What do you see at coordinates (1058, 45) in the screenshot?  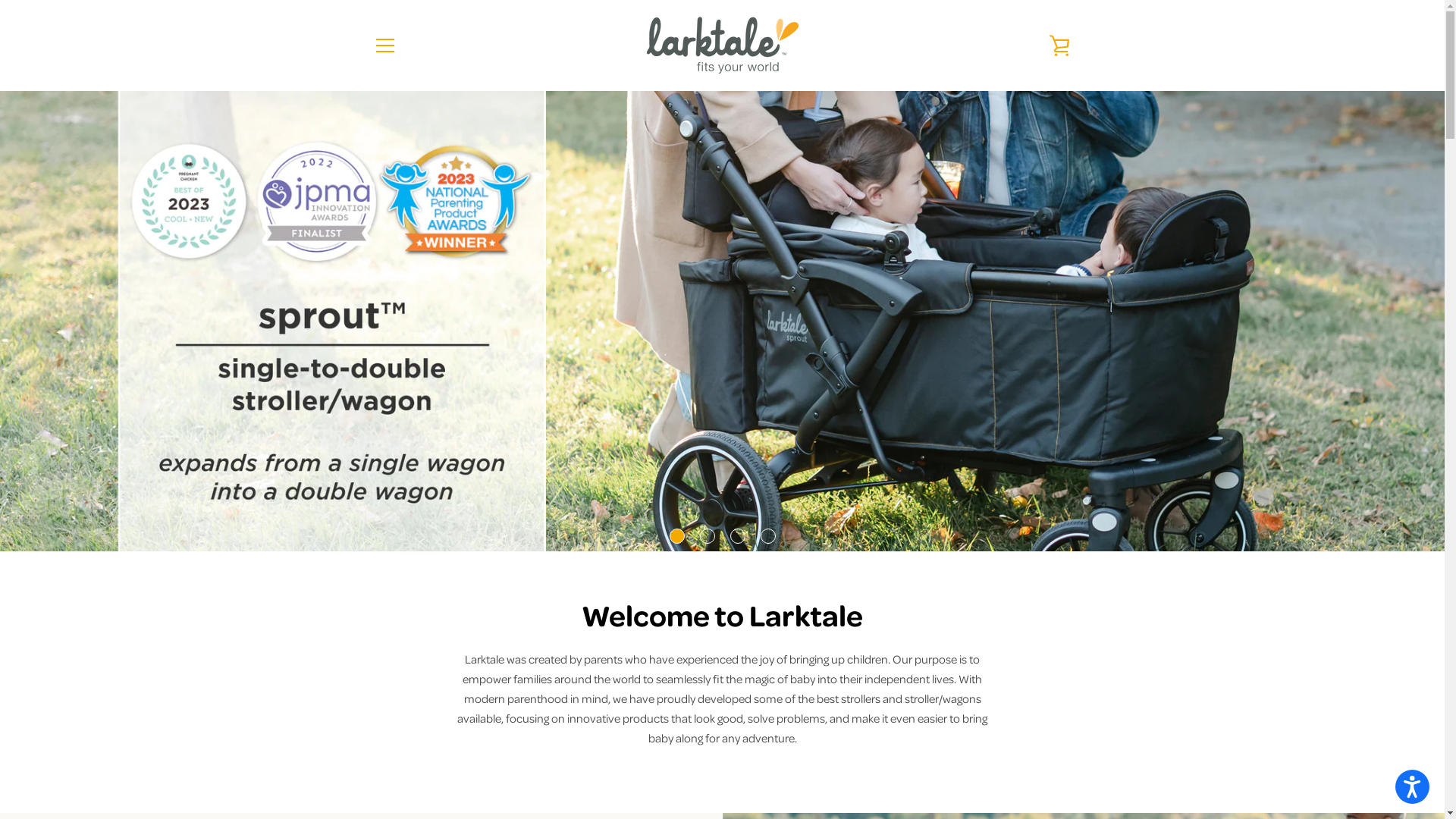 I see `'VIEW CART'` at bounding box center [1058, 45].